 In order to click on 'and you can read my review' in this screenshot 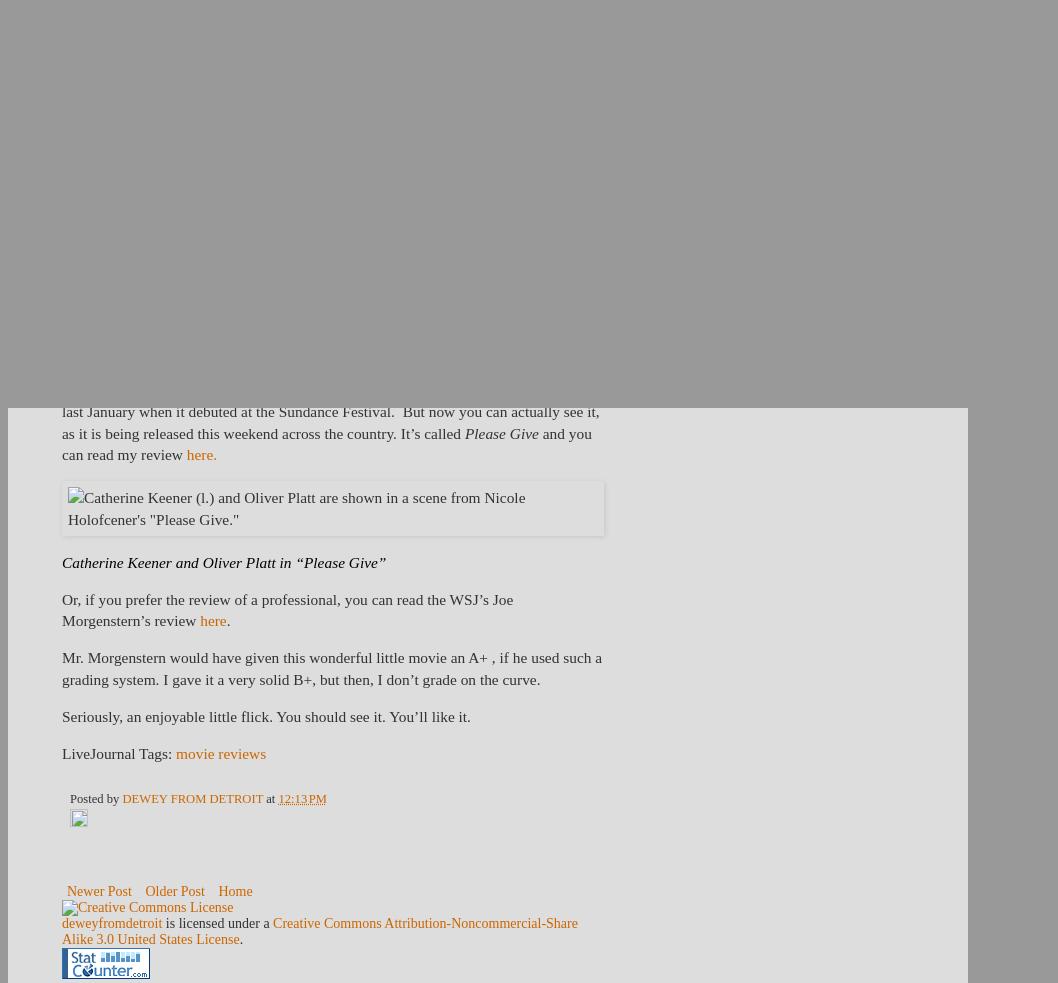, I will do `click(325, 442)`.